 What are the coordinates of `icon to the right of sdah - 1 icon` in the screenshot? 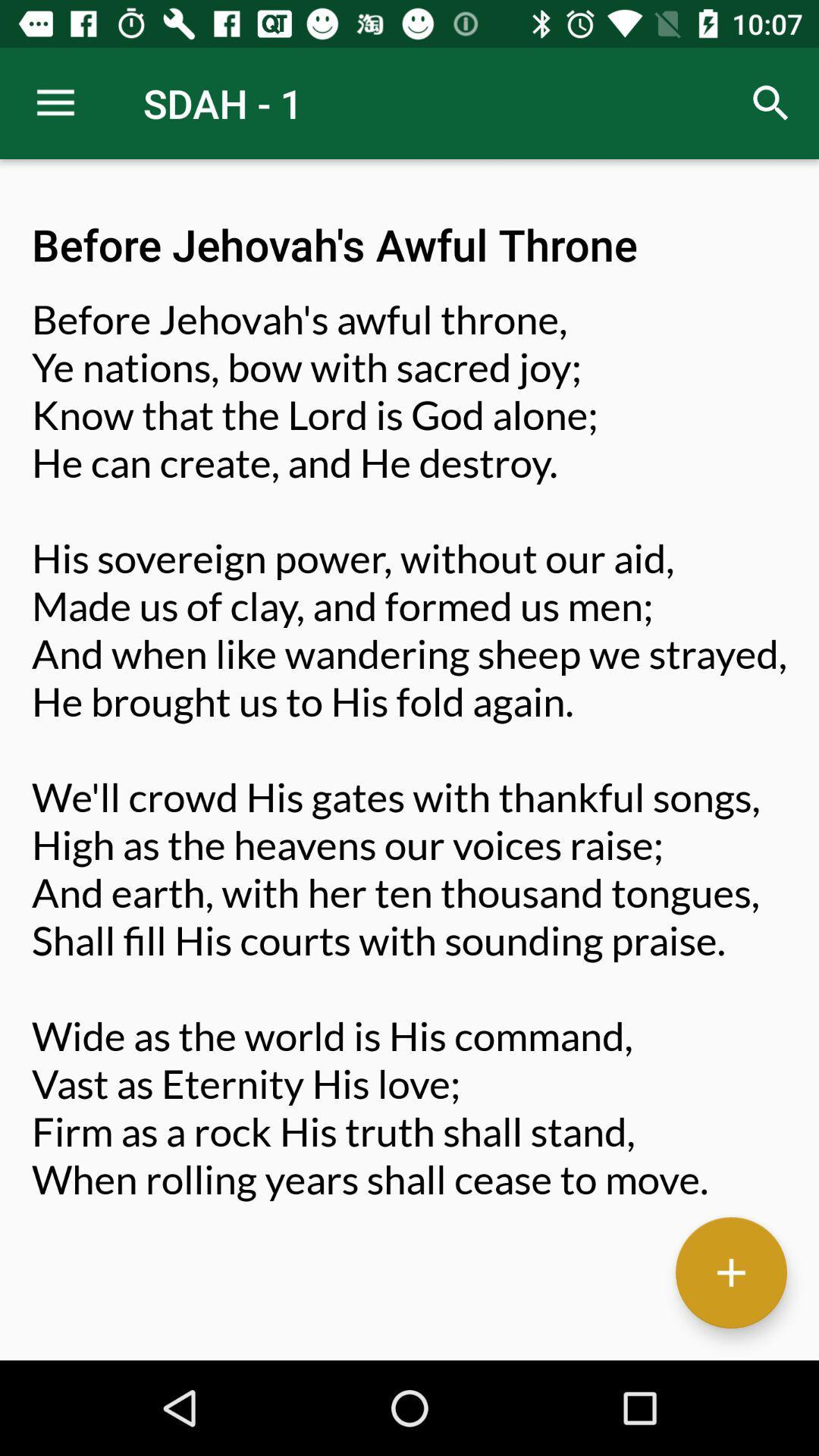 It's located at (771, 102).